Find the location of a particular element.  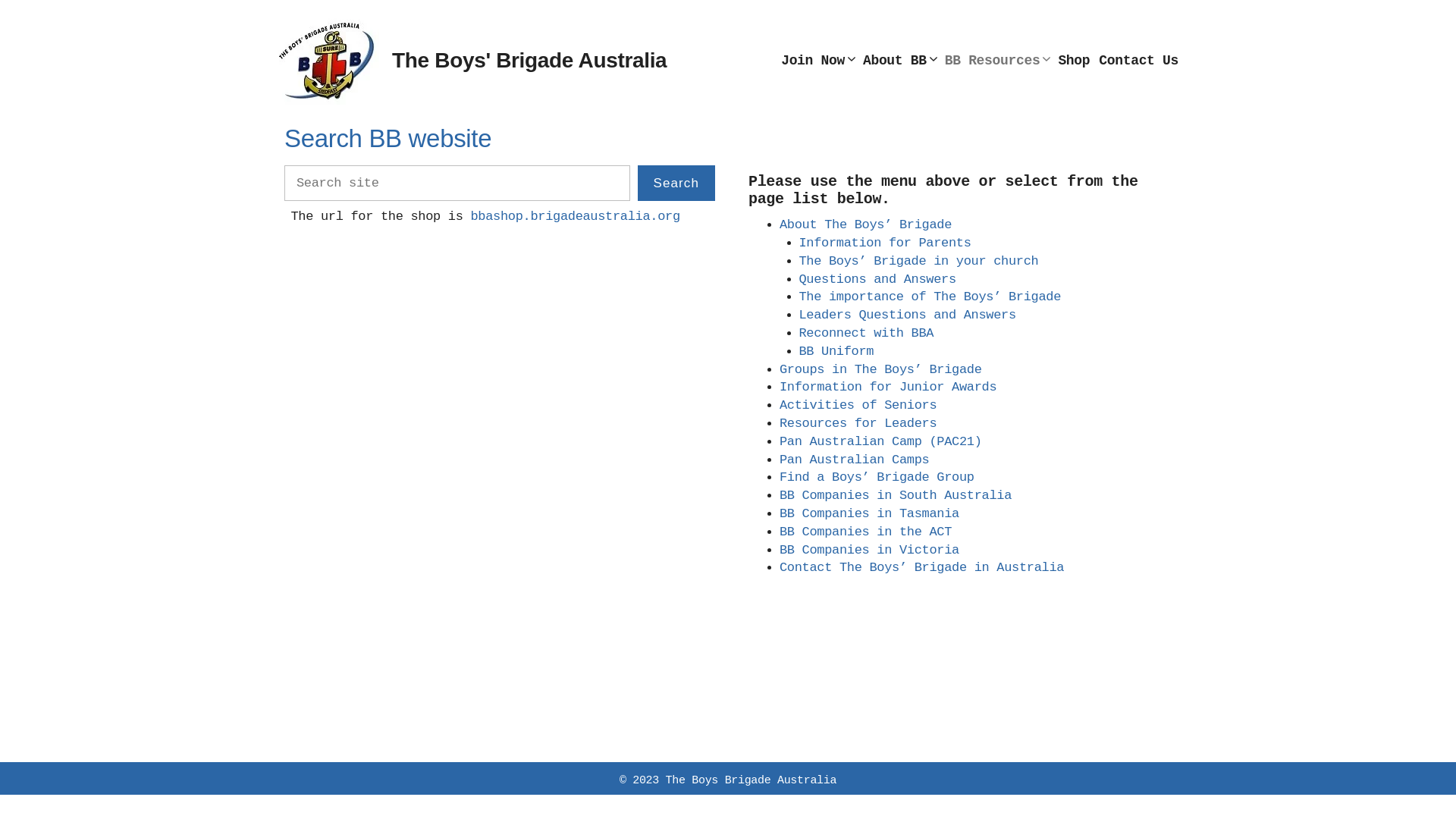

'Shop' is located at coordinates (1073, 60).